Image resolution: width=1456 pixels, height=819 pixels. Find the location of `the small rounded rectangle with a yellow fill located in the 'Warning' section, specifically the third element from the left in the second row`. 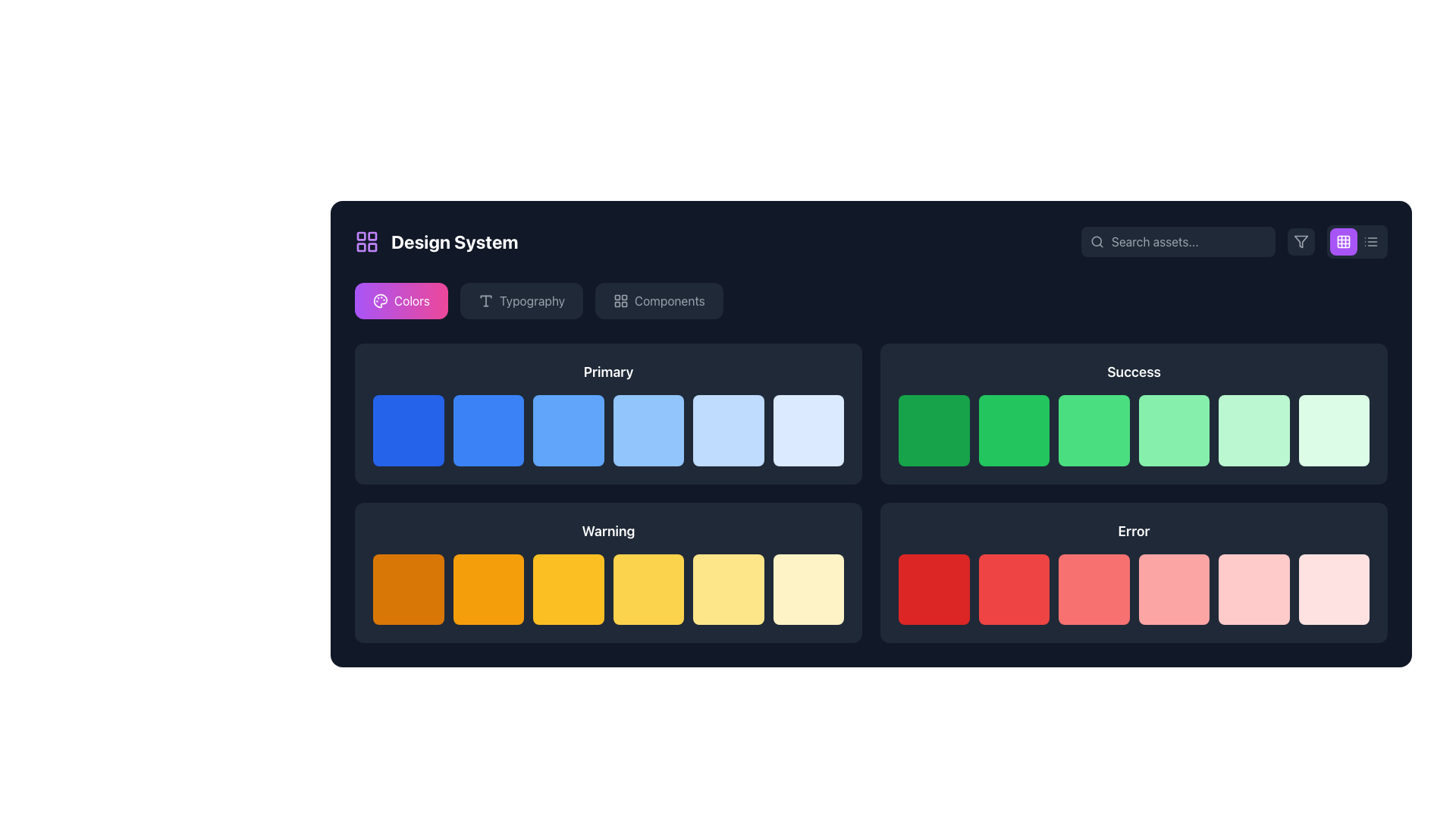

the small rounded rectangle with a yellow fill located in the 'Warning' section, specifically the third element from the left in the second row is located at coordinates (570, 590).